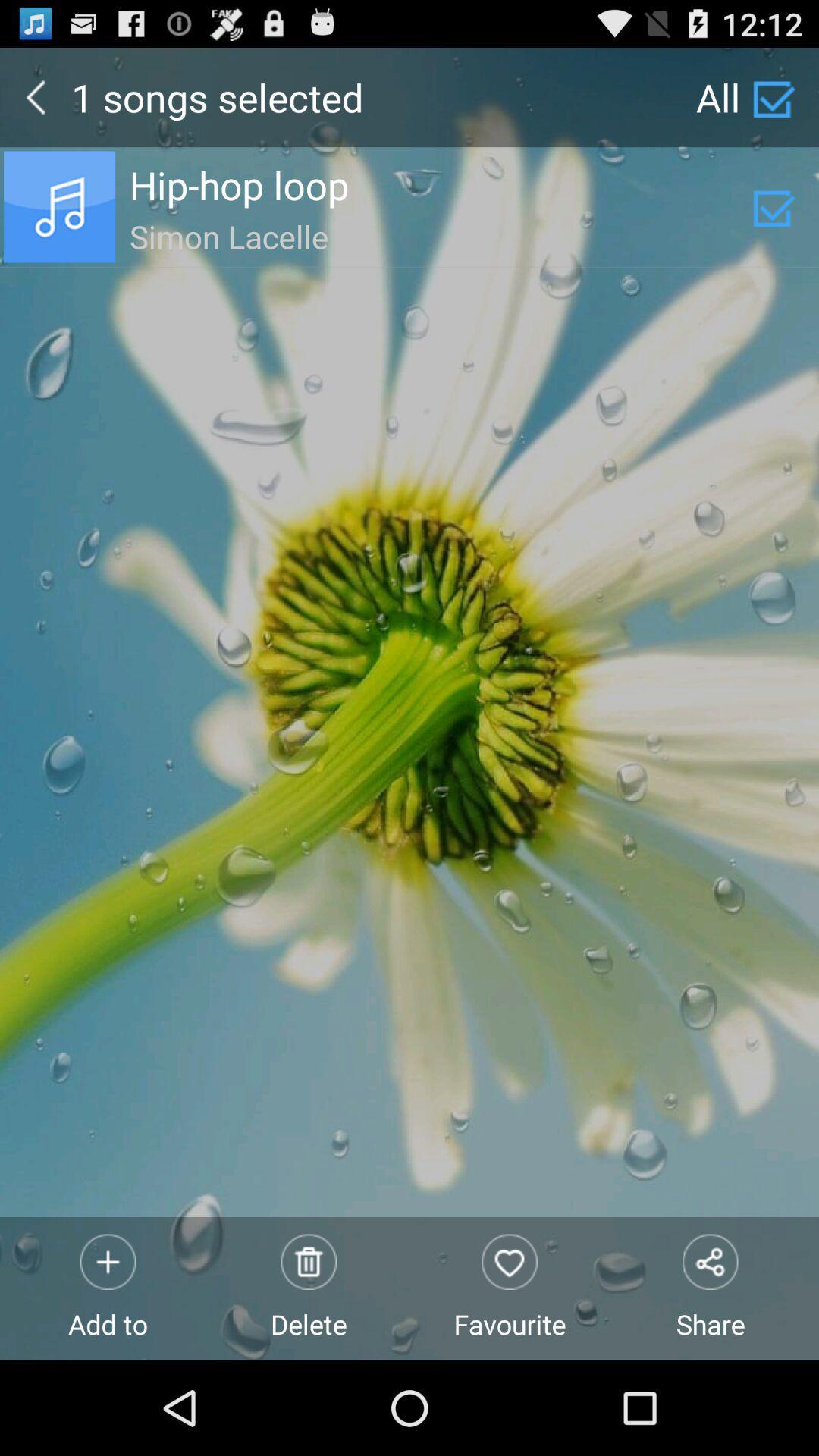  What do you see at coordinates (308, 1288) in the screenshot?
I see `item next to the add to app` at bounding box center [308, 1288].